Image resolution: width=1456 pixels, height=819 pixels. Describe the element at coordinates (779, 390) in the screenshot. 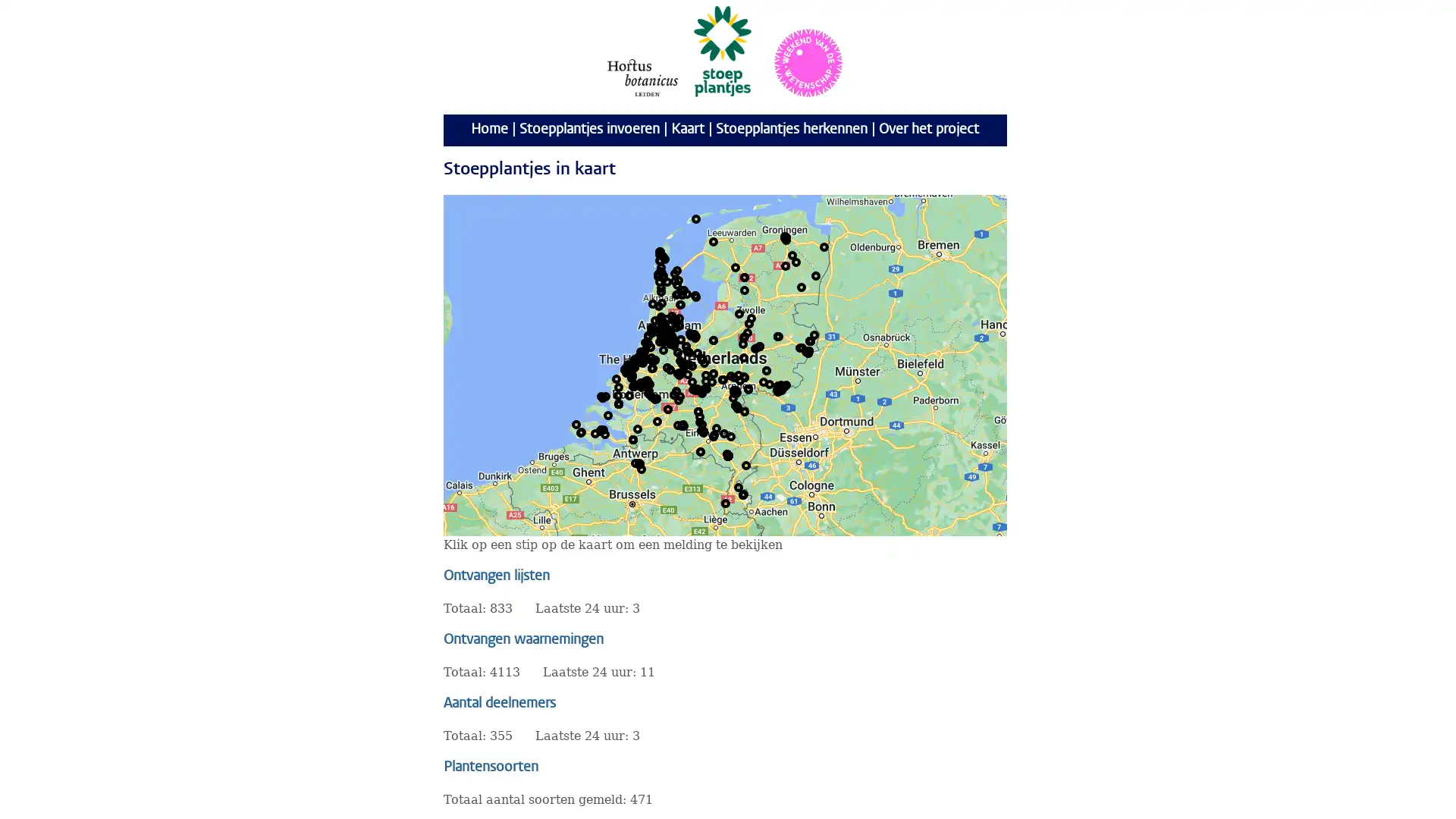

I see `Telling van op 29 april 2022` at that location.